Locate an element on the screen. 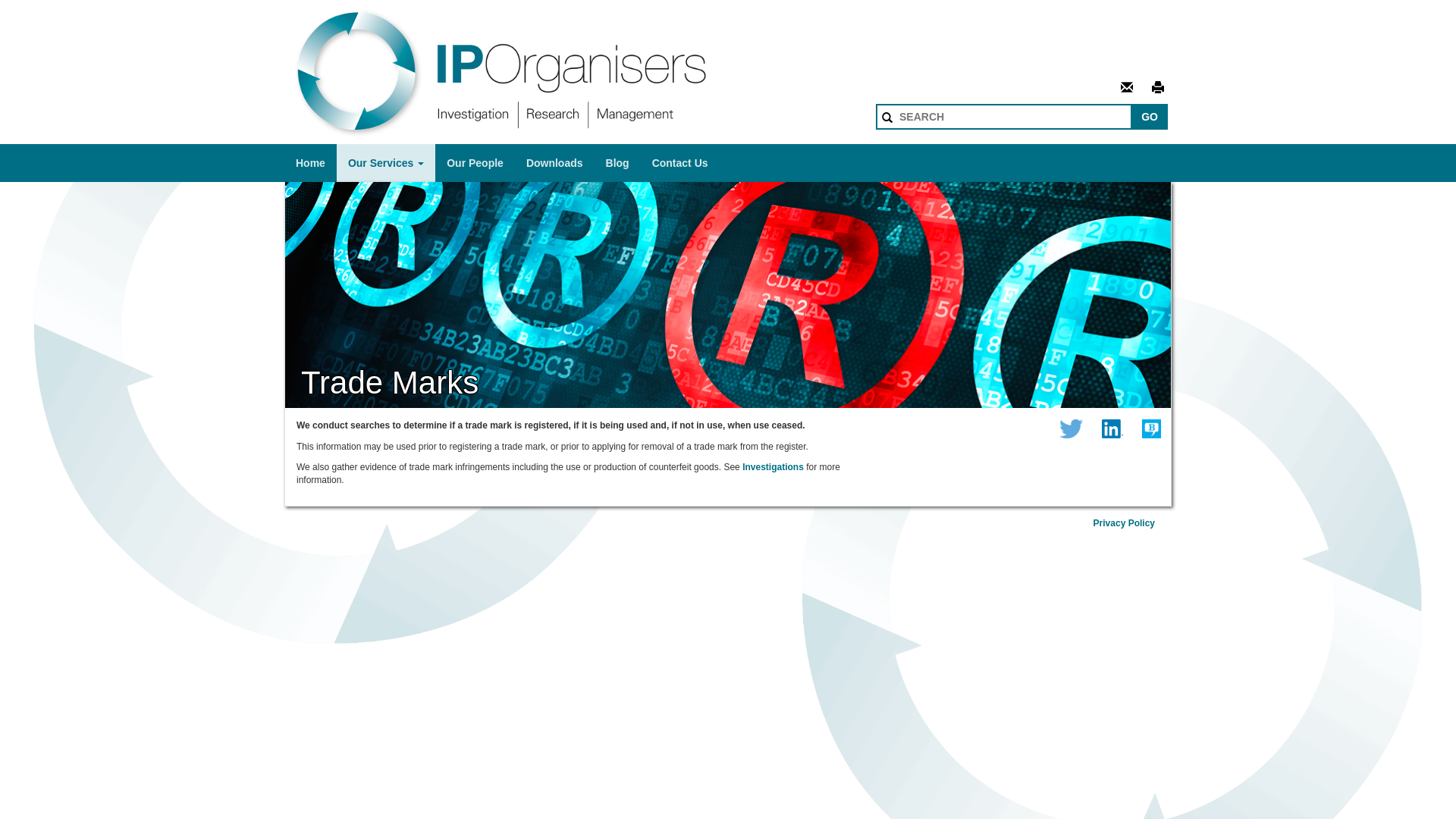  'Downloads' is located at coordinates (554, 163).